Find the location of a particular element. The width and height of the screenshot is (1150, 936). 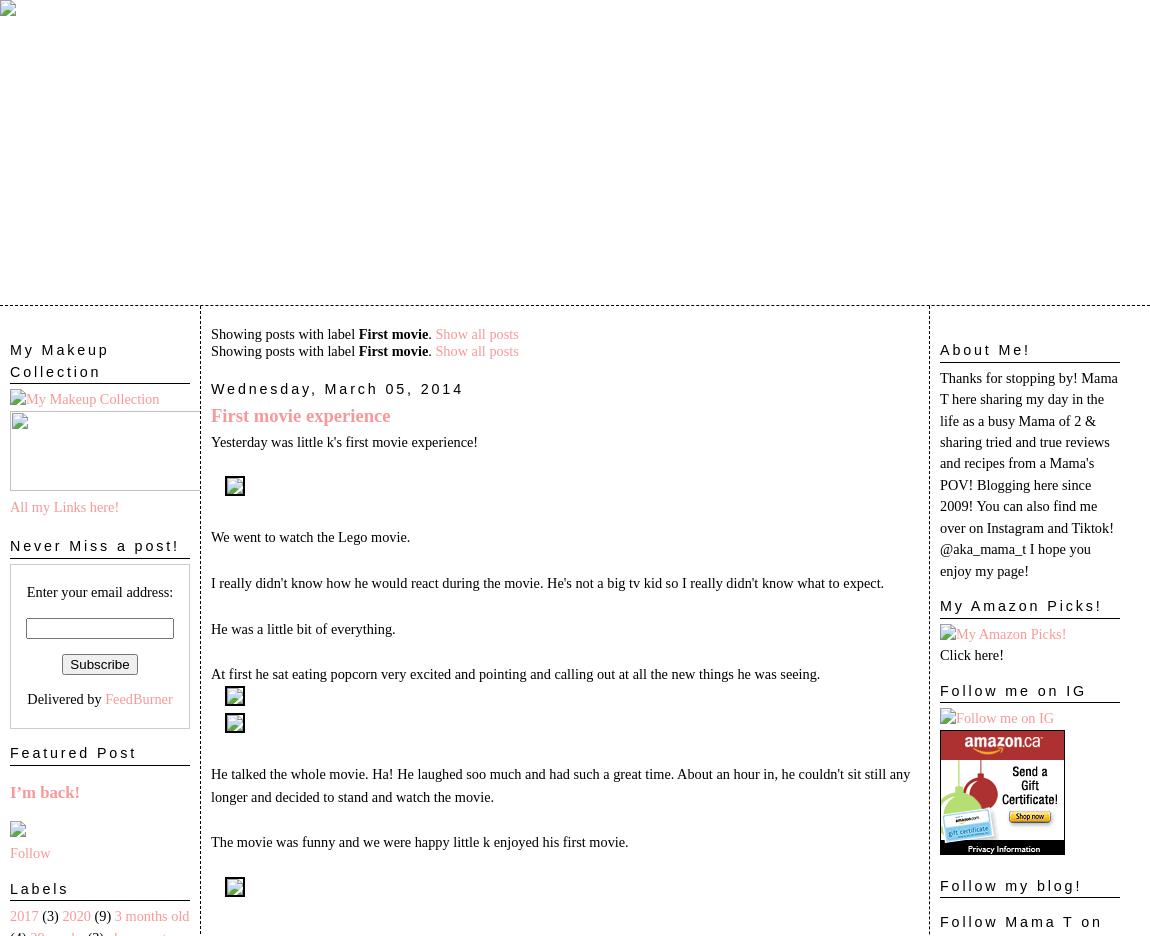

'2017' is located at coordinates (23, 915).